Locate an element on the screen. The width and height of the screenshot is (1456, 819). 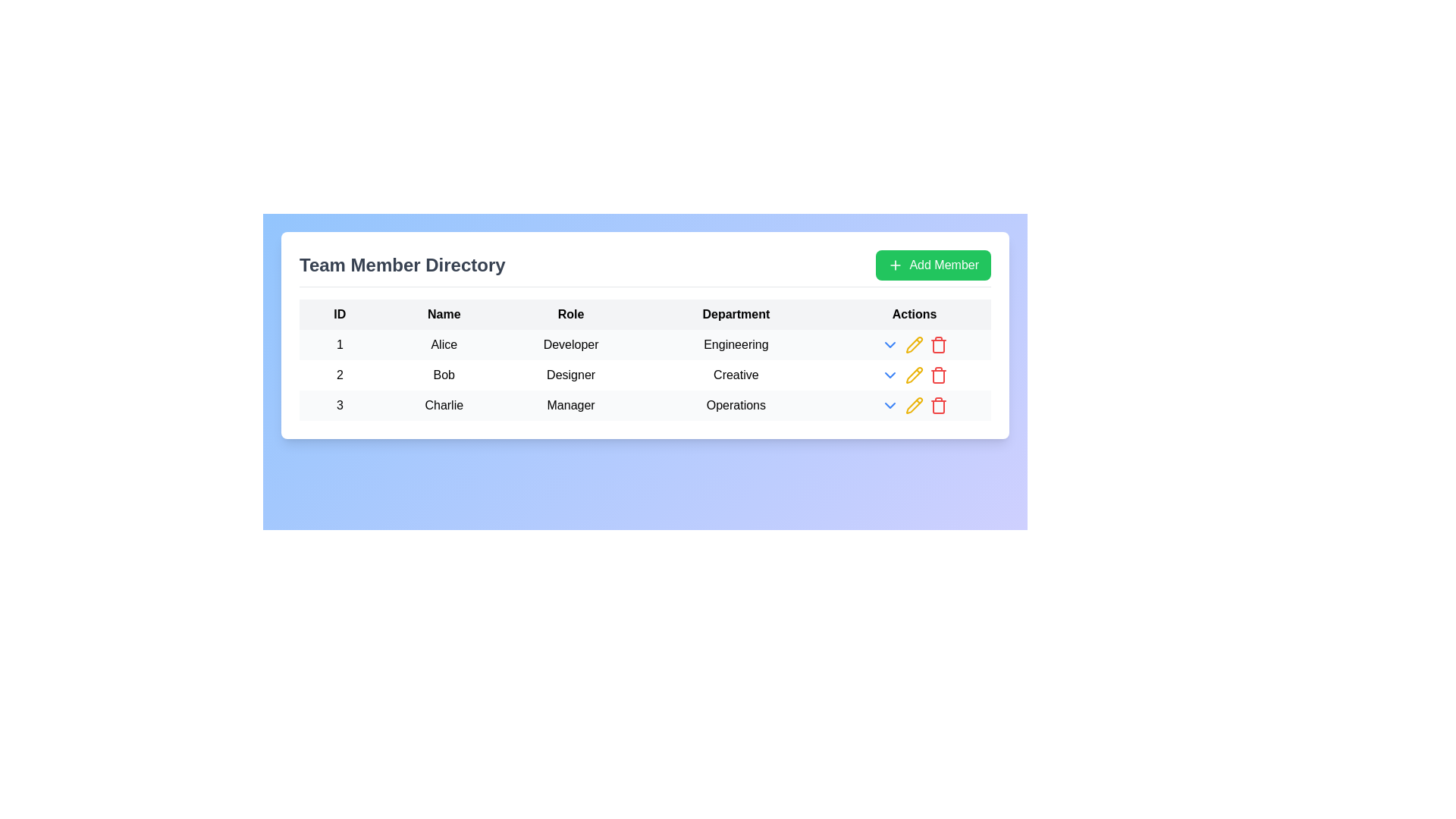
the pencil icon button used for editing actions, located in the Actions column of the second row of the table, positioned between a blue downward arrow and a red trash can icon is located at coordinates (914, 375).